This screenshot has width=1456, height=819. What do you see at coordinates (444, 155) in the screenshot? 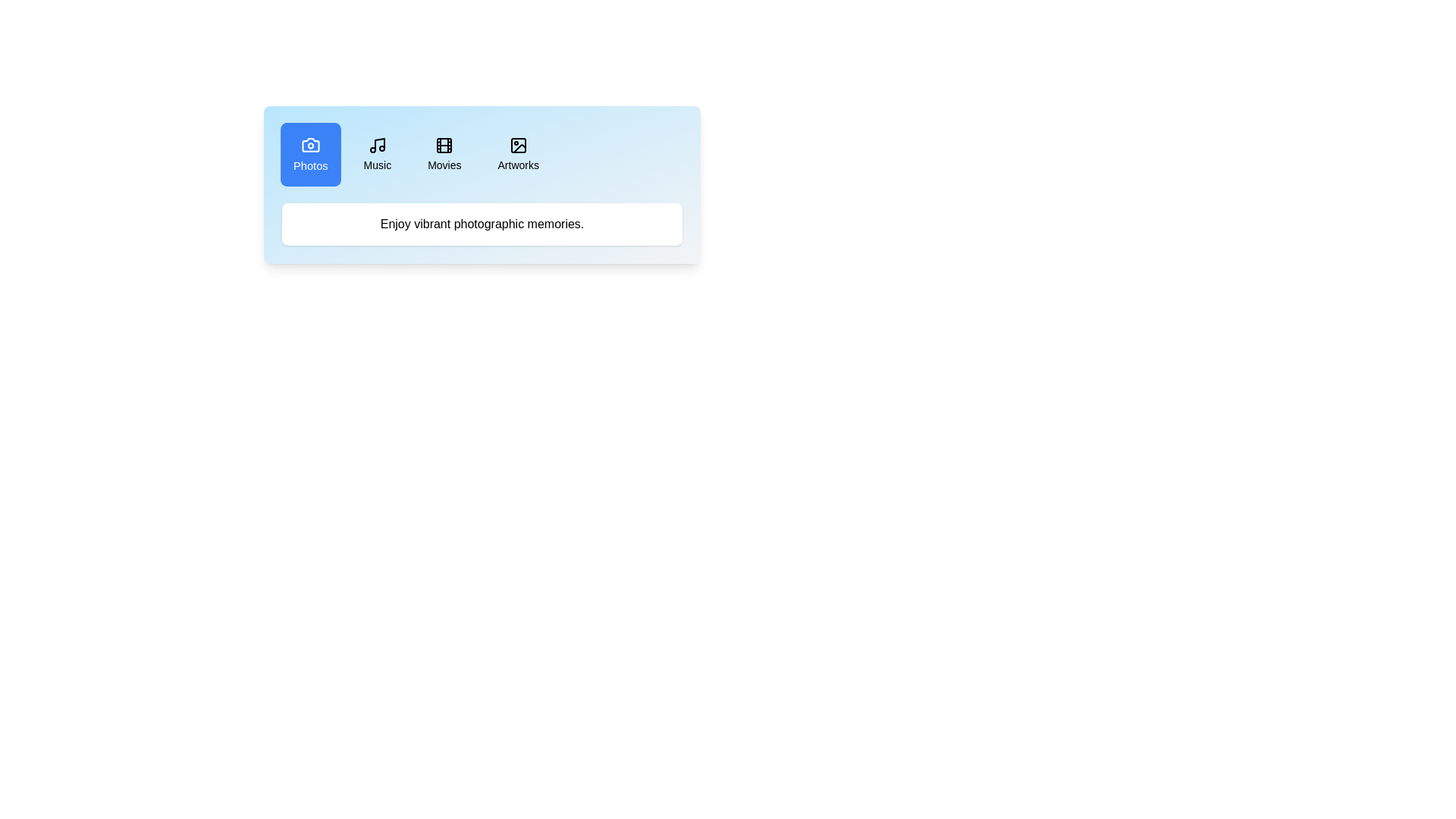
I see `the tab button corresponding to Movies` at bounding box center [444, 155].